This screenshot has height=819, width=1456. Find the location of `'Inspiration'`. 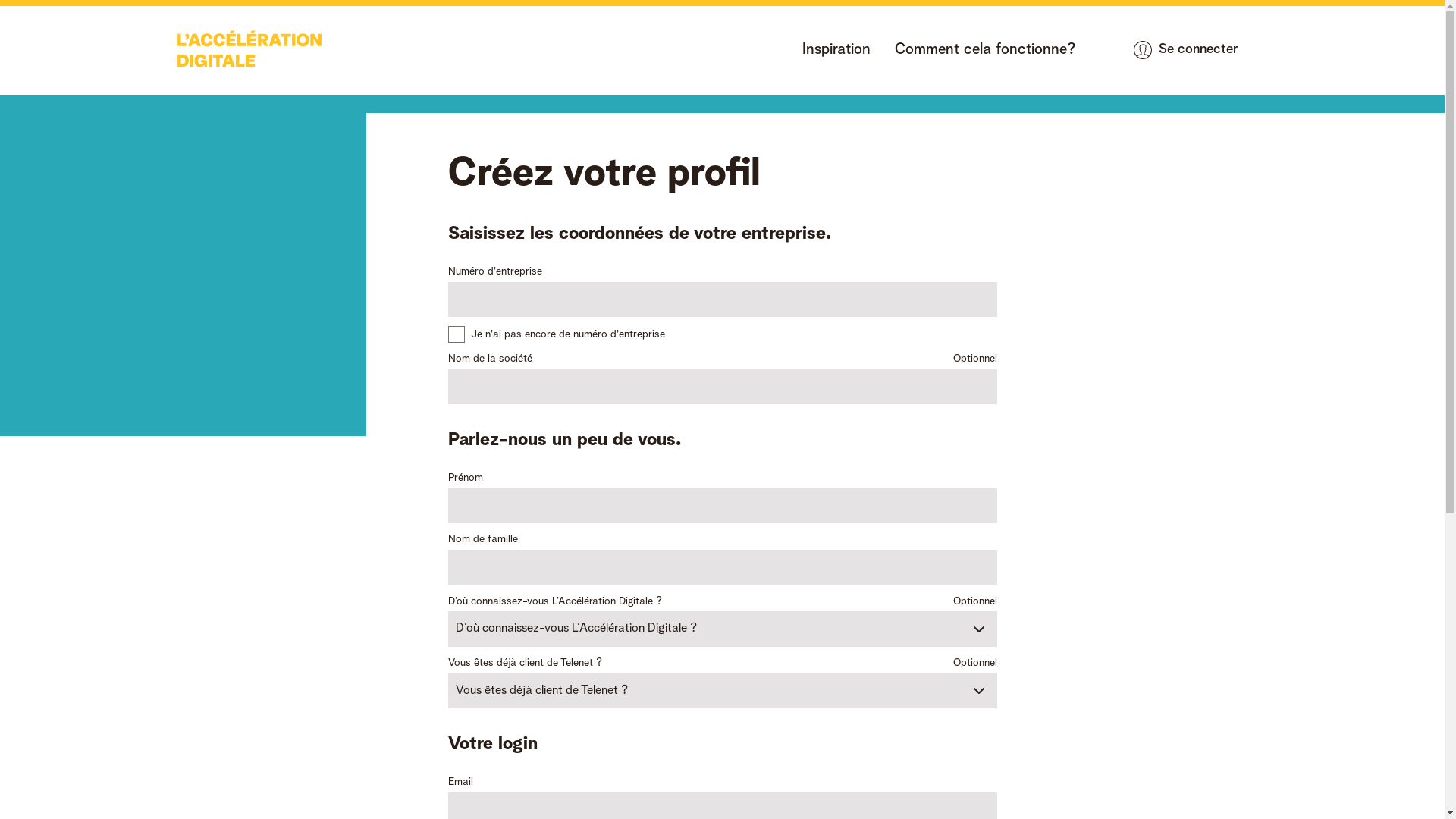

'Inspiration' is located at coordinates (836, 49).